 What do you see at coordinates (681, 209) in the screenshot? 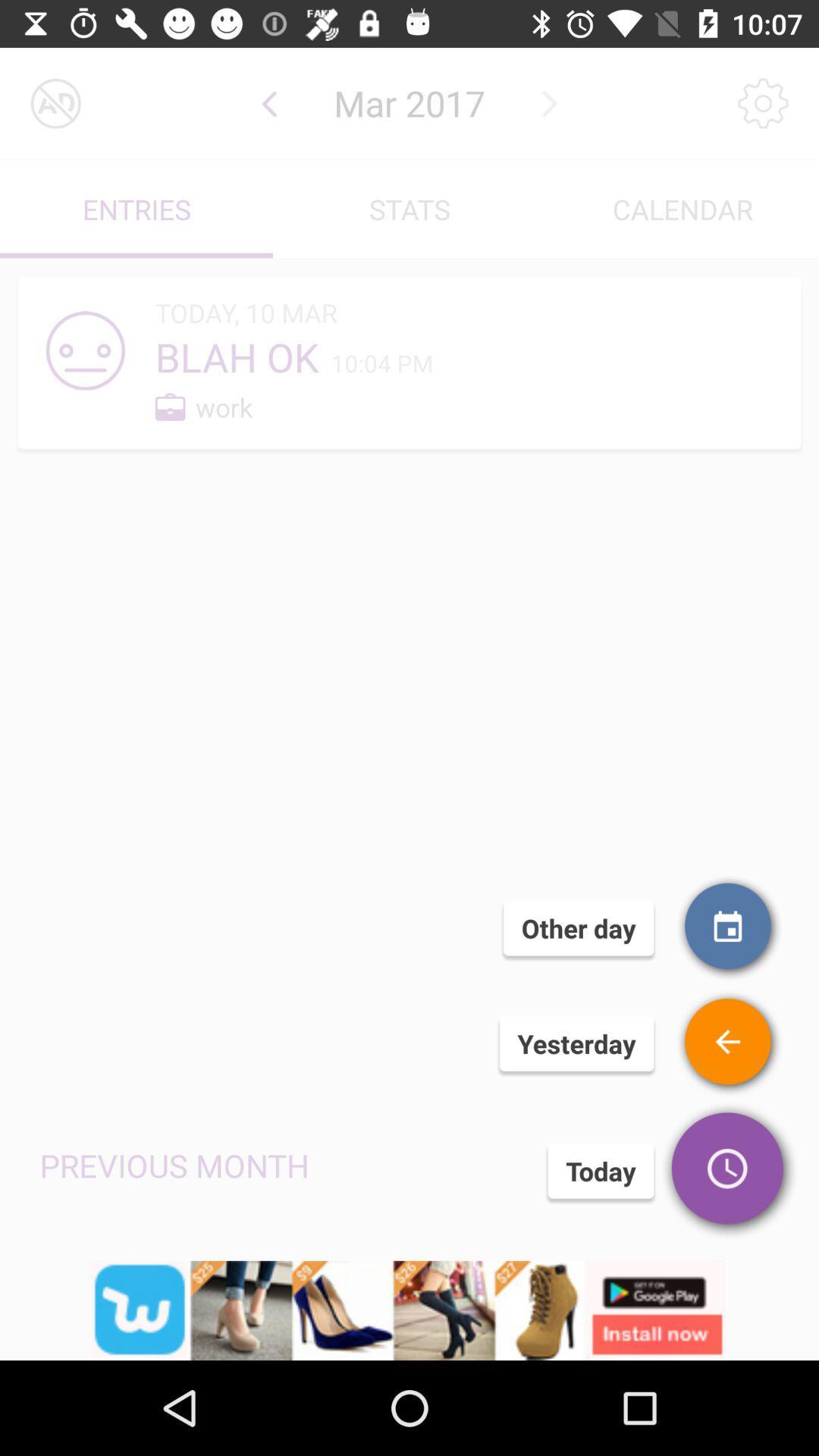
I see `option right to stats` at bounding box center [681, 209].